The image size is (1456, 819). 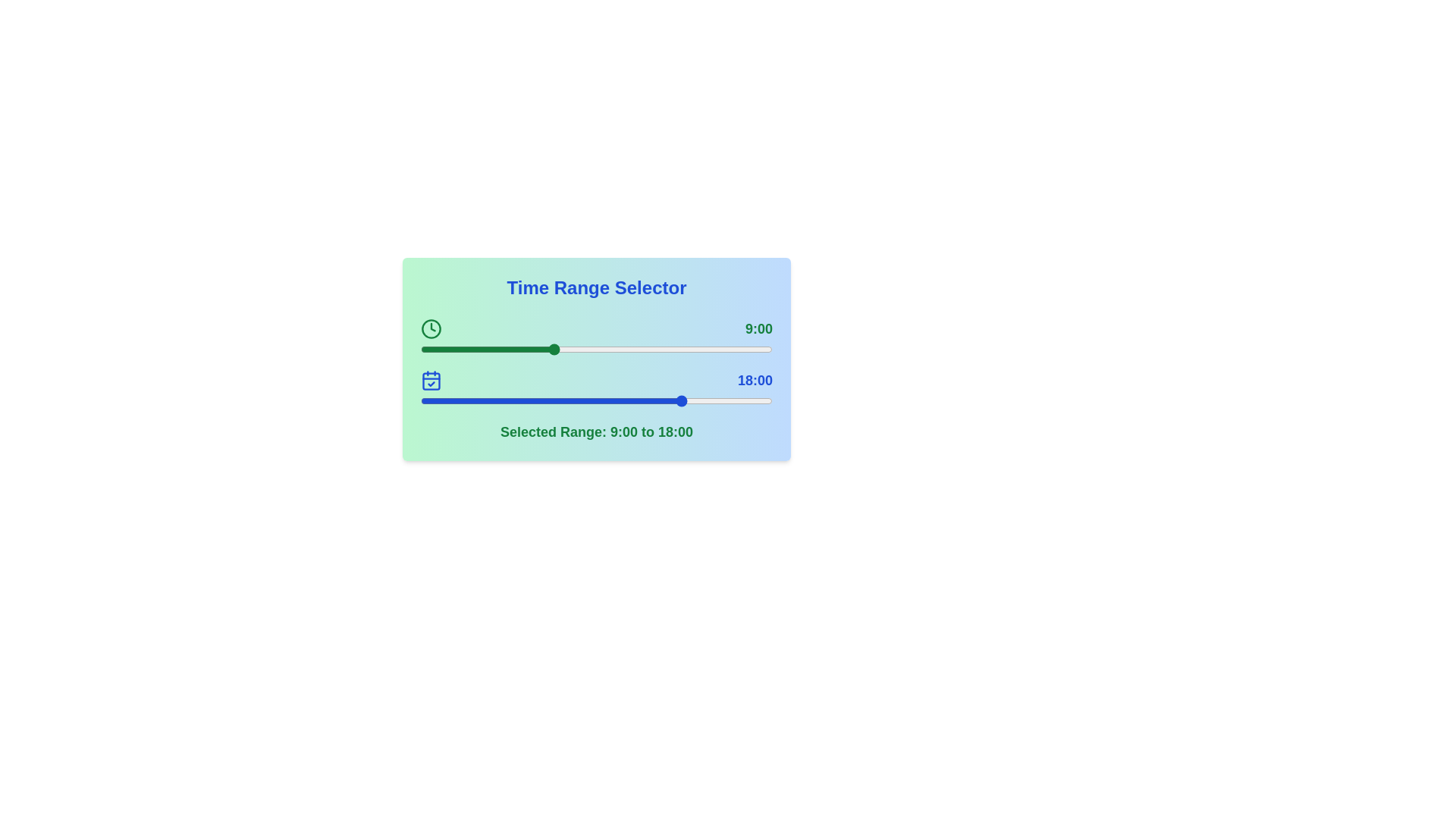 What do you see at coordinates (435, 400) in the screenshot?
I see `time range` at bounding box center [435, 400].